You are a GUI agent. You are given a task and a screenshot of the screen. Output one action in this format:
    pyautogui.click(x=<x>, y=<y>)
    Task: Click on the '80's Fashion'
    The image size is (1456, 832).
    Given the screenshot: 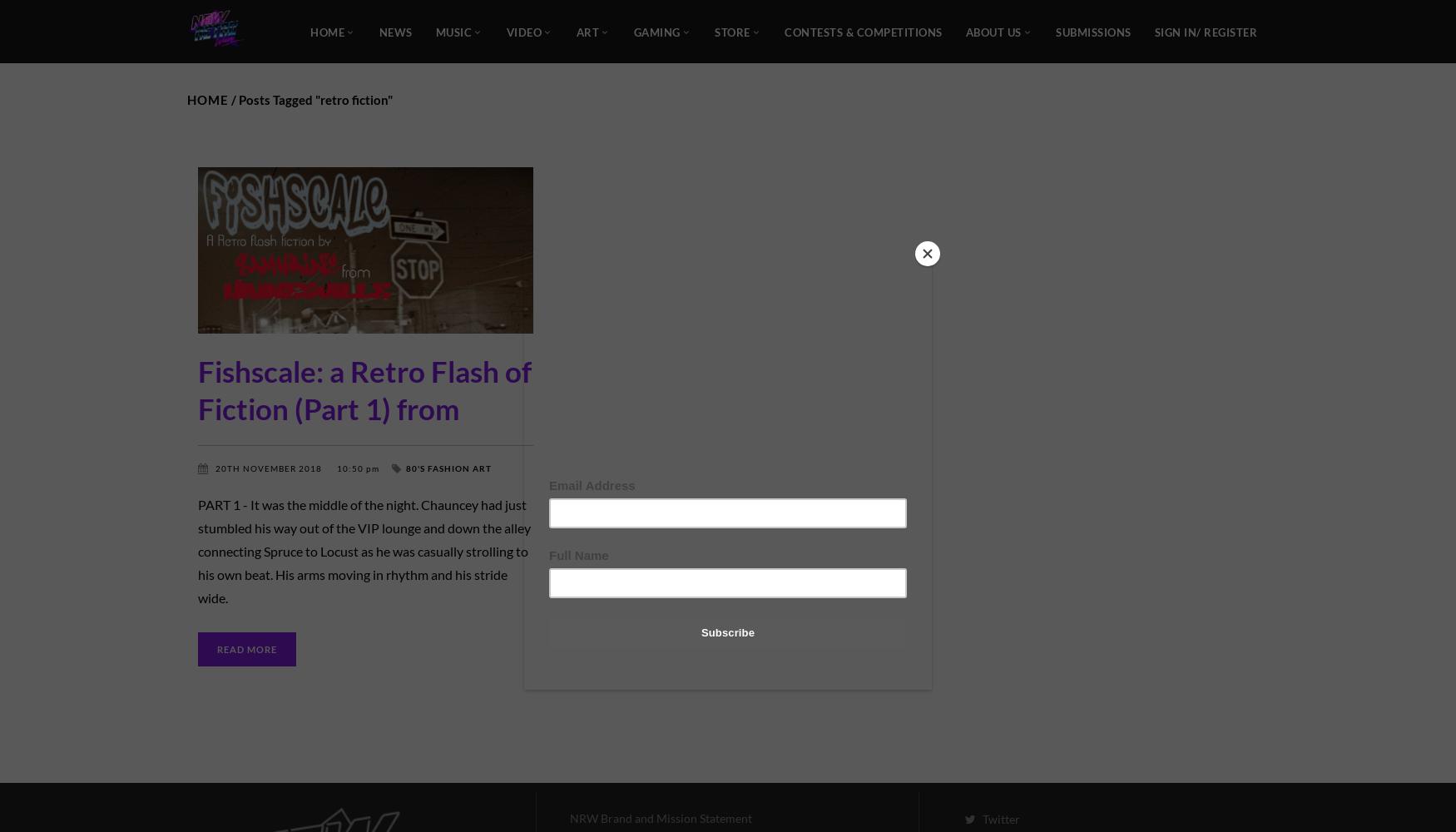 What is the action you would take?
    pyautogui.click(x=437, y=468)
    